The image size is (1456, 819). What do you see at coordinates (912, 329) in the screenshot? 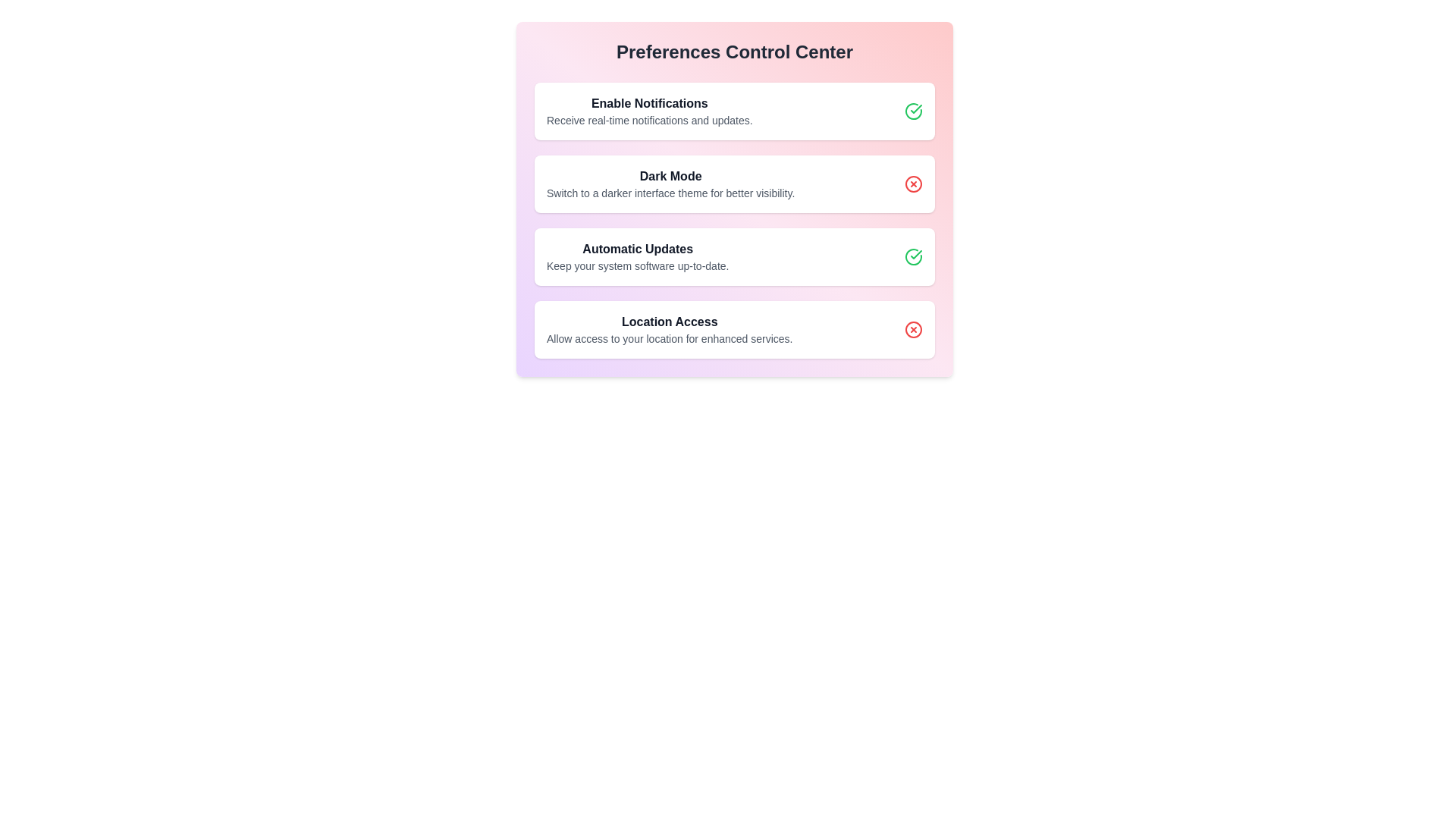
I see `the close or deny button for the 'Location Access' feature located on the right side of the 'Location Access' section within the Preferences Control Center interface` at bounding box center [912, 329].